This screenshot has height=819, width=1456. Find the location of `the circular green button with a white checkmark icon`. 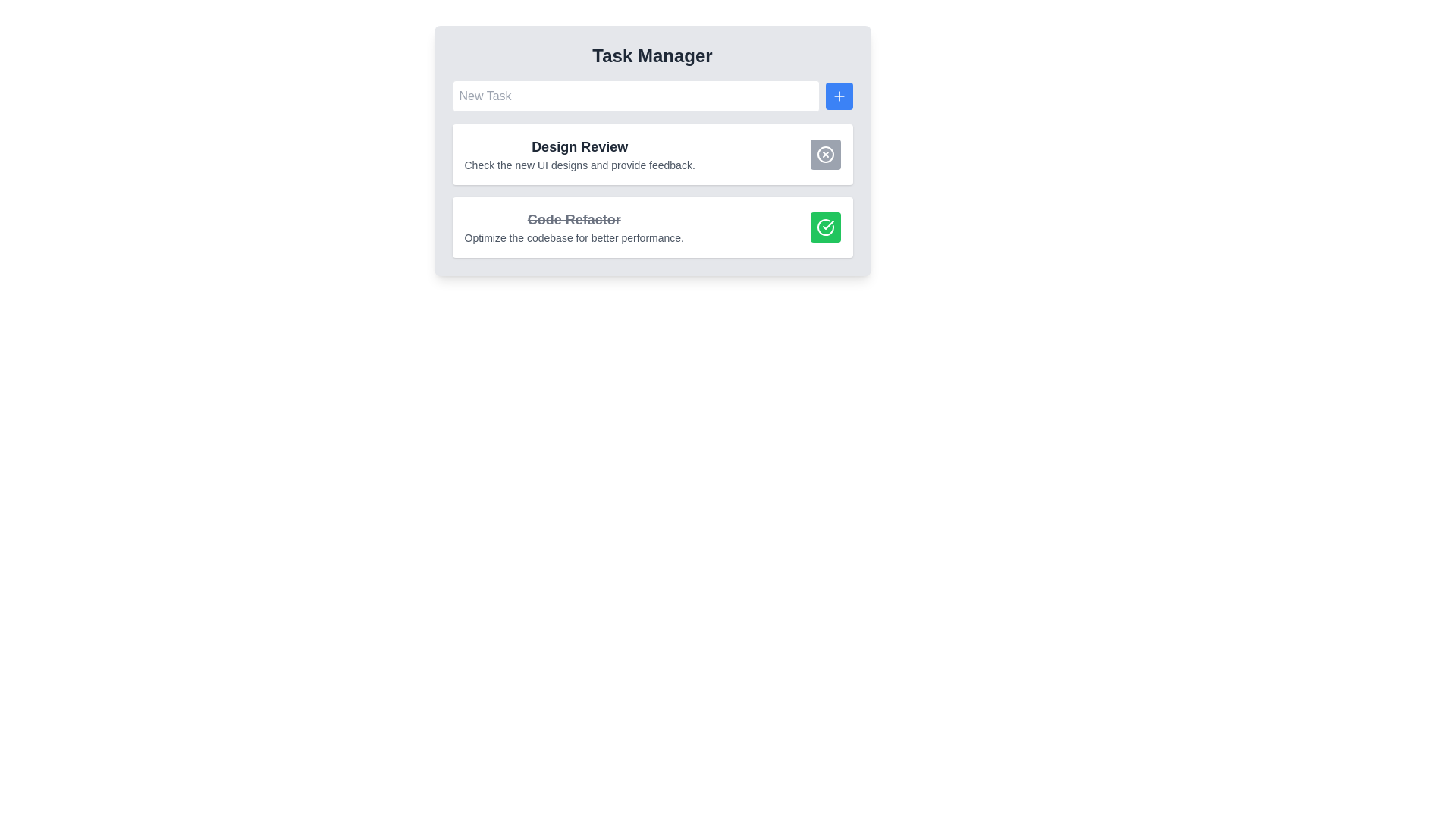

the circular green button with a white checkmark icon is located at coordinates (824, 227).